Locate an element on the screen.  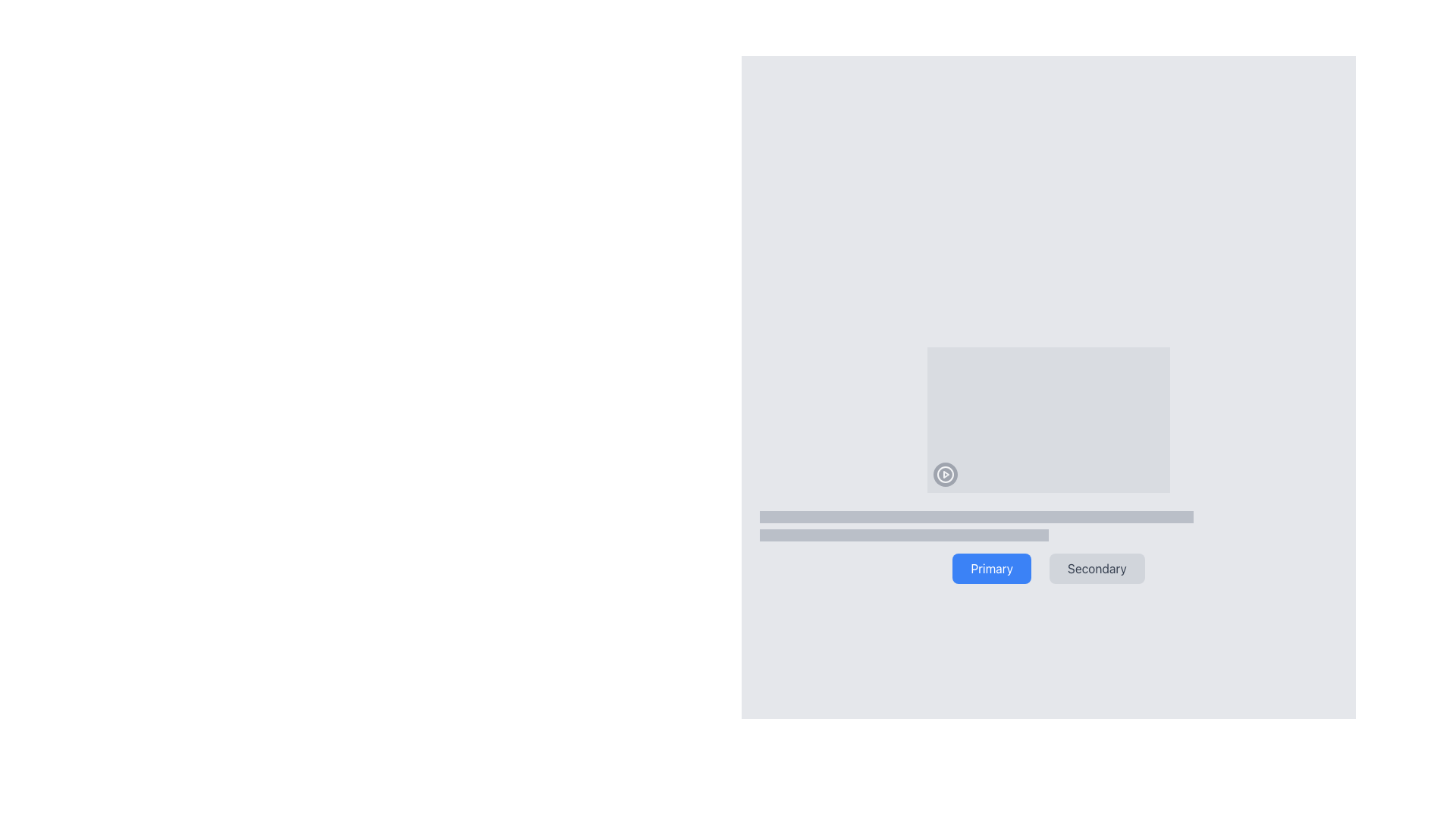
the primary action button located in the bottom portion of the interface is located at coordinates (992, 568).